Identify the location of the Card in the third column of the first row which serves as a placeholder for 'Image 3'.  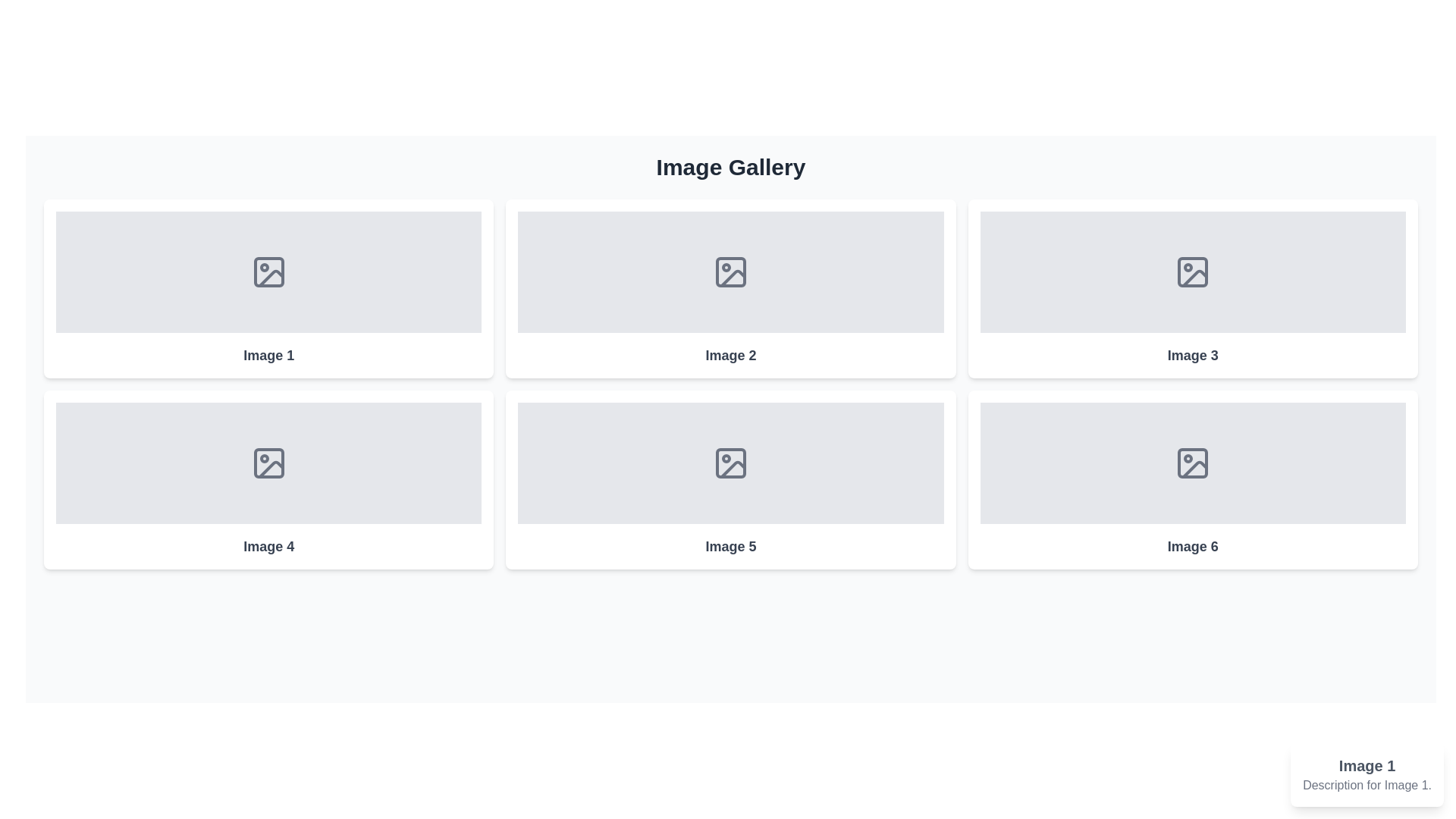
(1192, 289).